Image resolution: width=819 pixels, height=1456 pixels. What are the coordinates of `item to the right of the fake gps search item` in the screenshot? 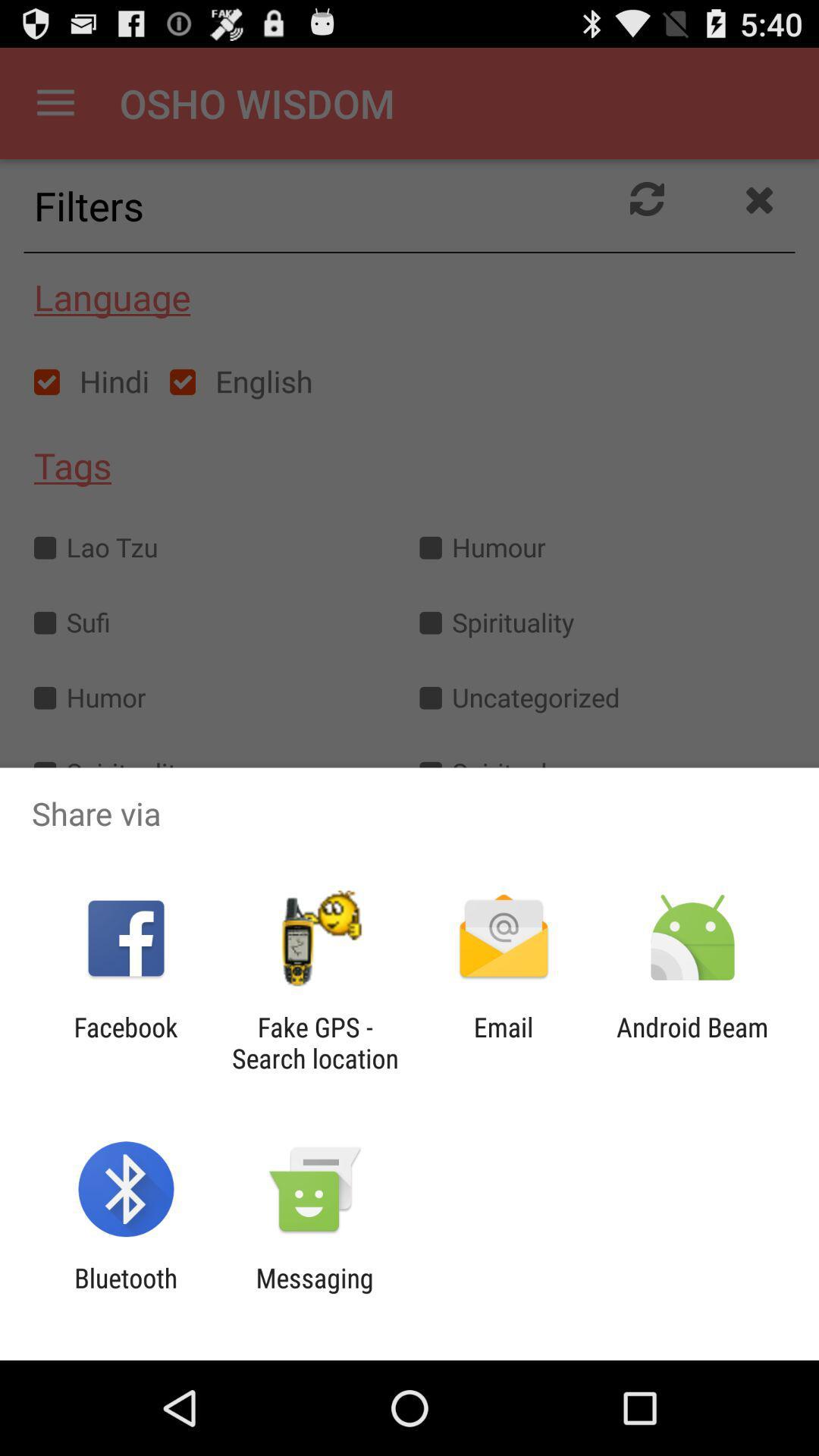 It's located at (504, 1042).